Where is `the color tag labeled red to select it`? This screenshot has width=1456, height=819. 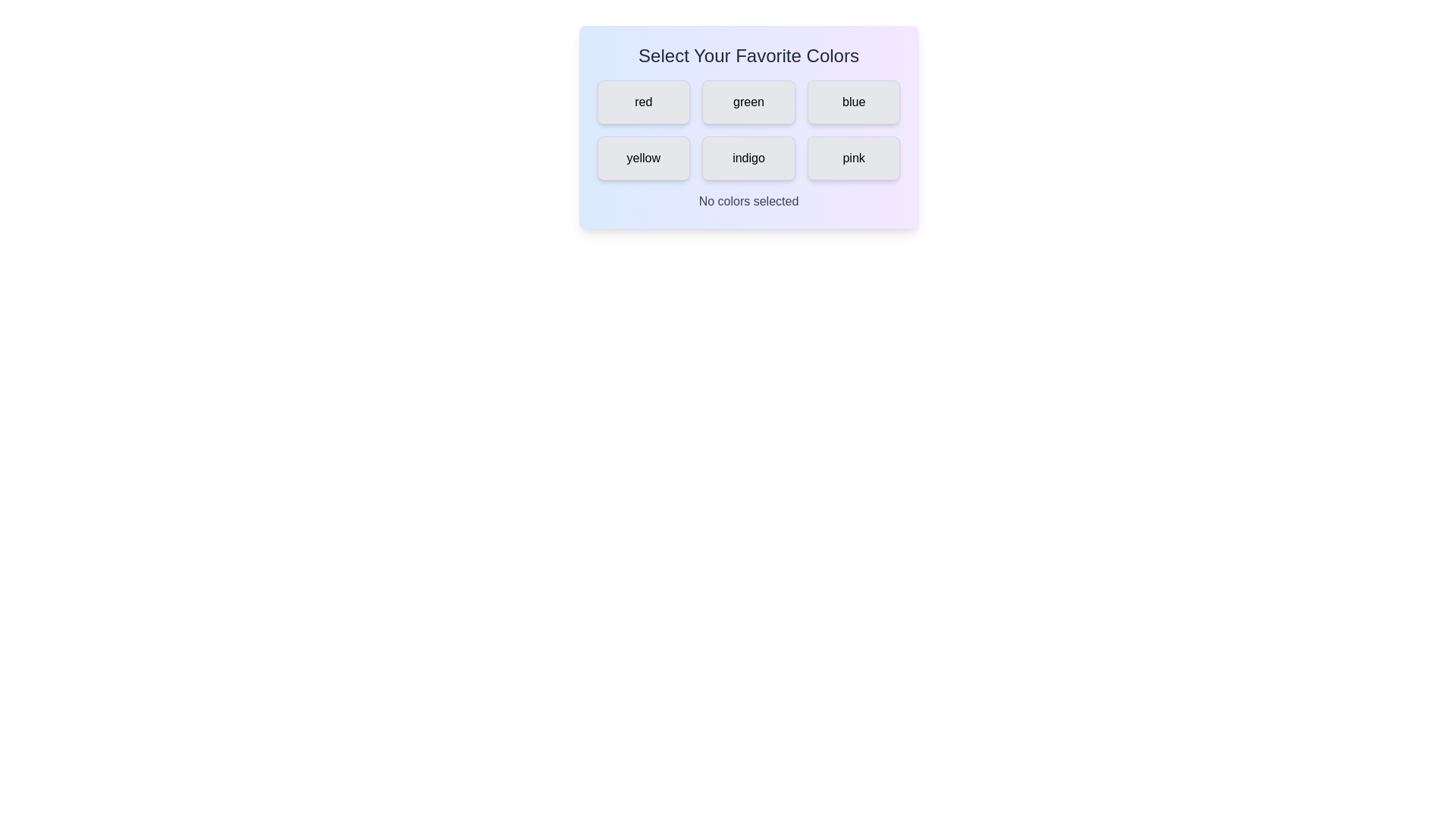
the color tag labeled red to select it is located at coordinates (643, 102).